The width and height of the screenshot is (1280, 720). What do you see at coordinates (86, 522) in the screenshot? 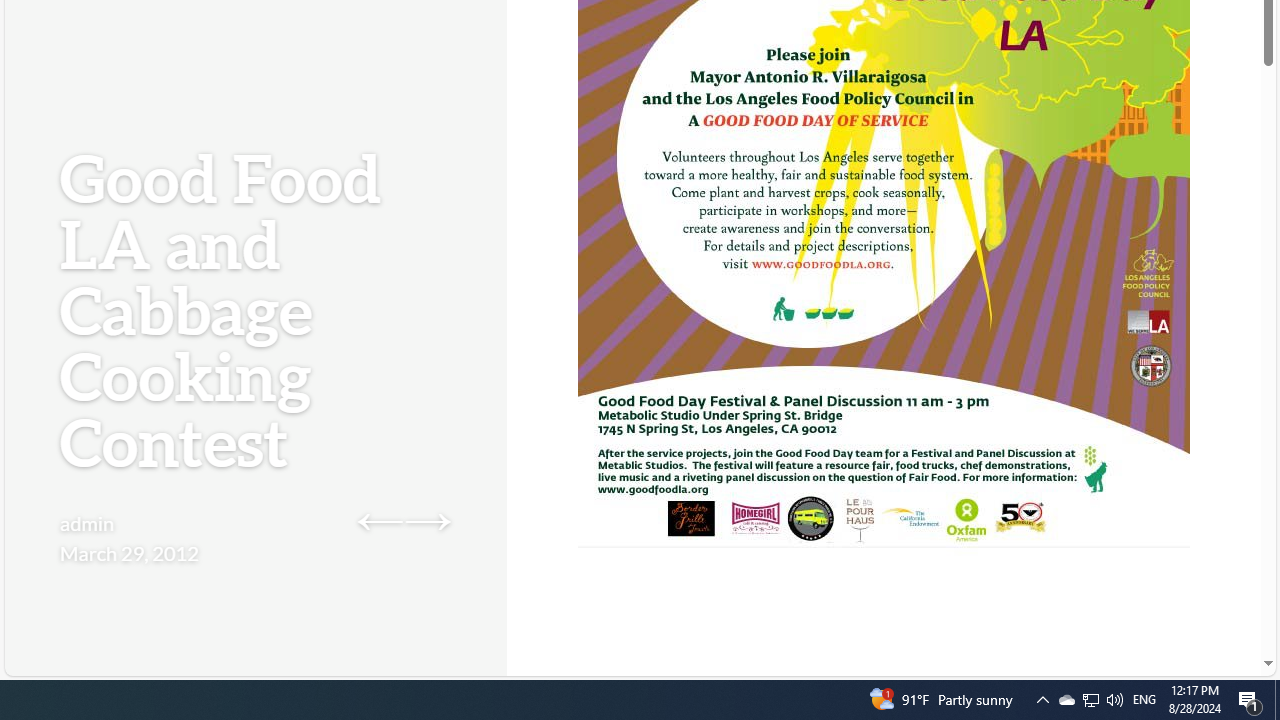
I see `'admin'` at bounding box center [86, 522].